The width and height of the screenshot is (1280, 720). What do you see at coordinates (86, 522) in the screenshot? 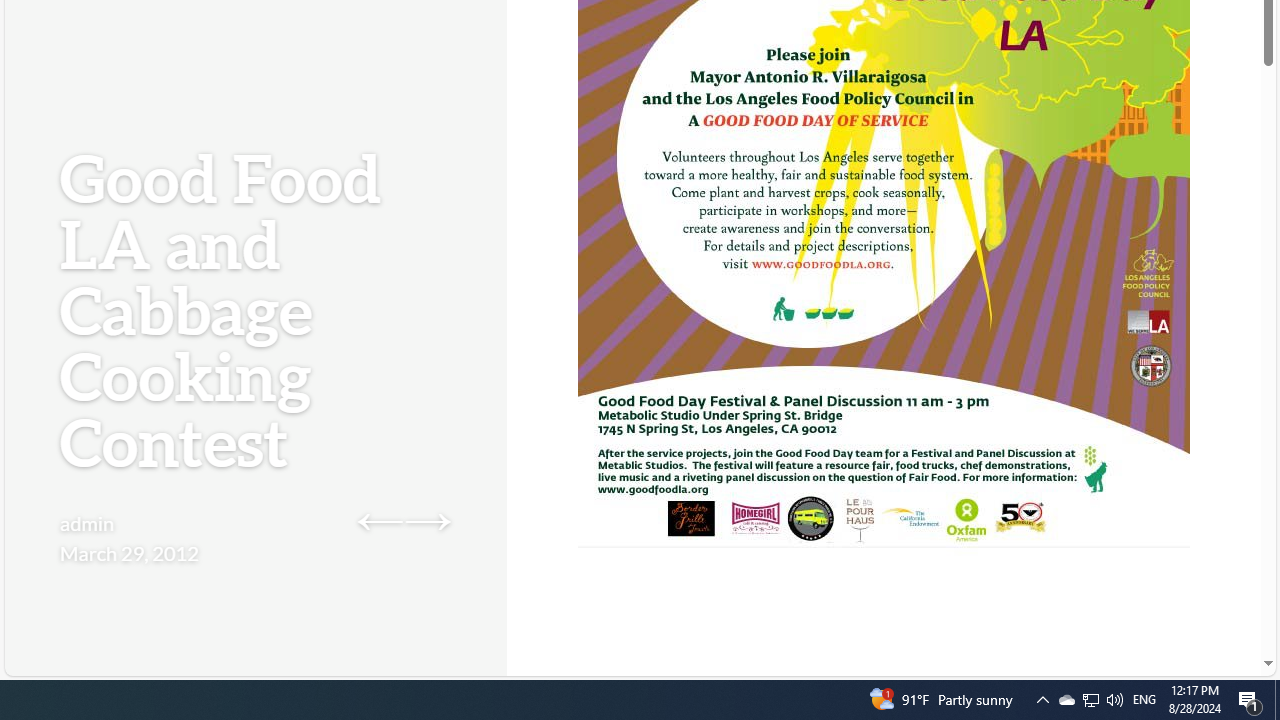
I see `'admin'` at bounding box center [86, 522].